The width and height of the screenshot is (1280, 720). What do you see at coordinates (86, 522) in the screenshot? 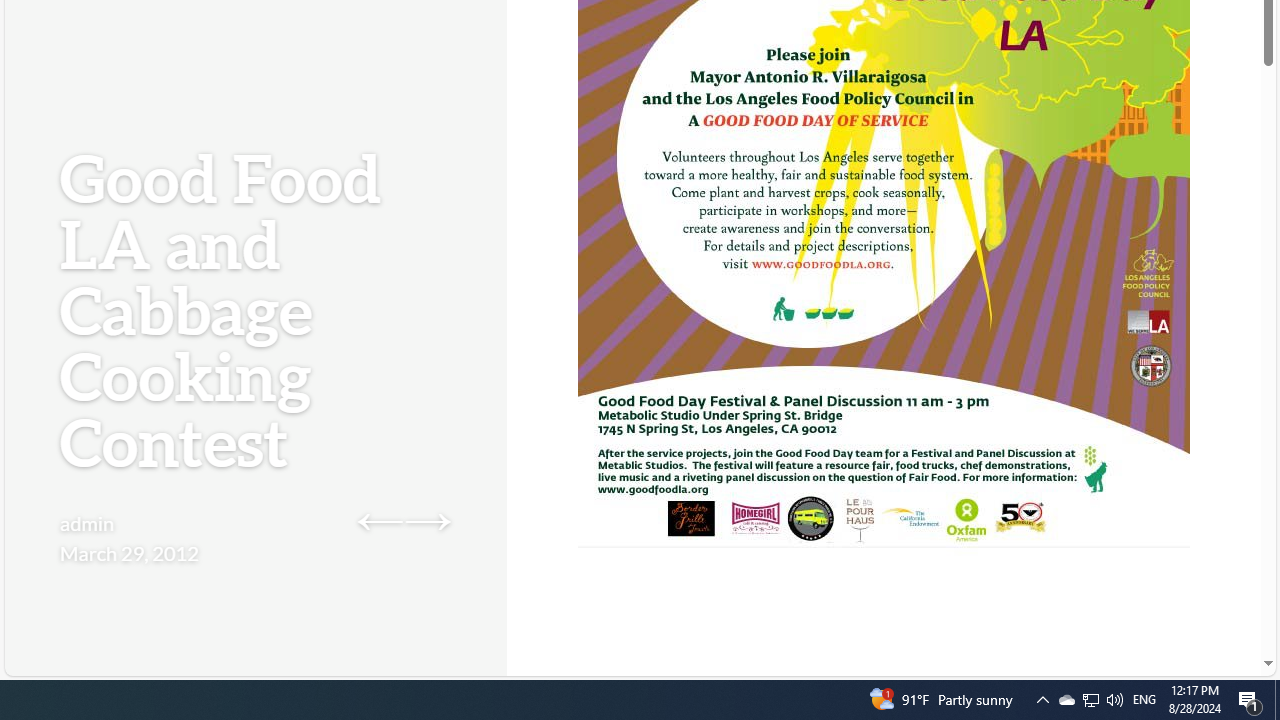
I see `'admin'` at bounding box center [86, 522].